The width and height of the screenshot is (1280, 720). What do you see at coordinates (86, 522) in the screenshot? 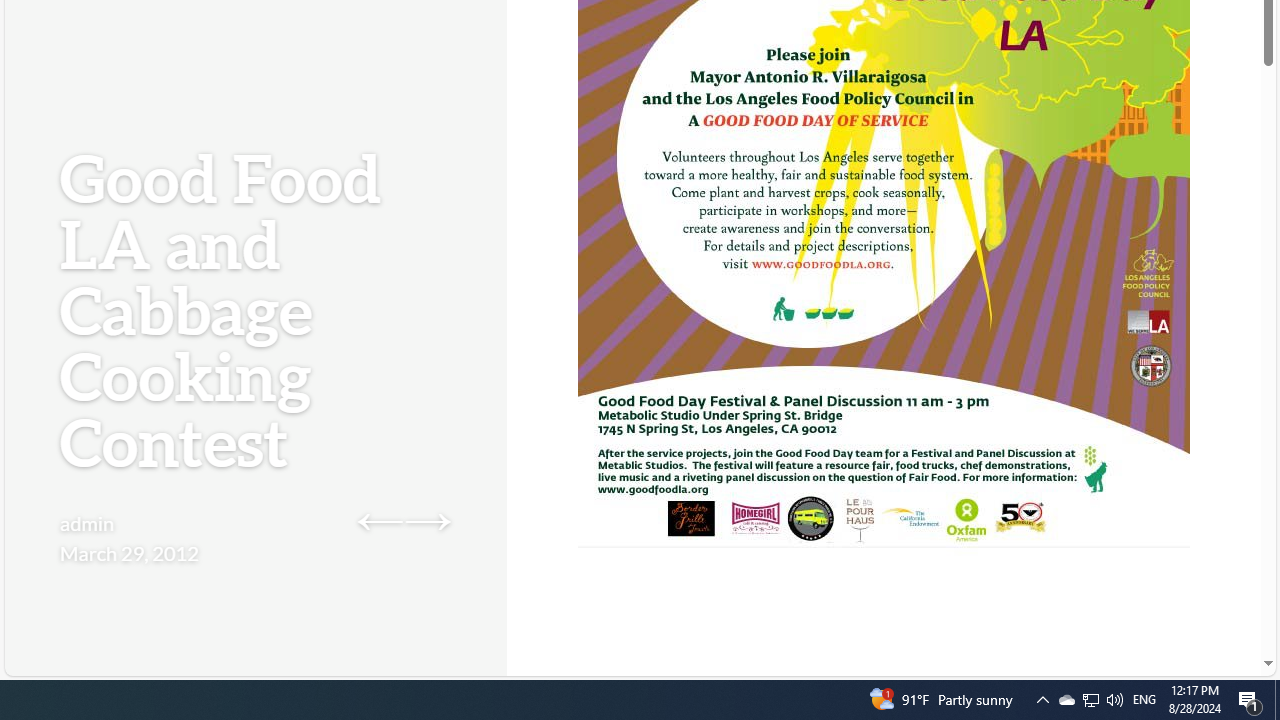
I see `'admin'` at bounding box center [86, 522].